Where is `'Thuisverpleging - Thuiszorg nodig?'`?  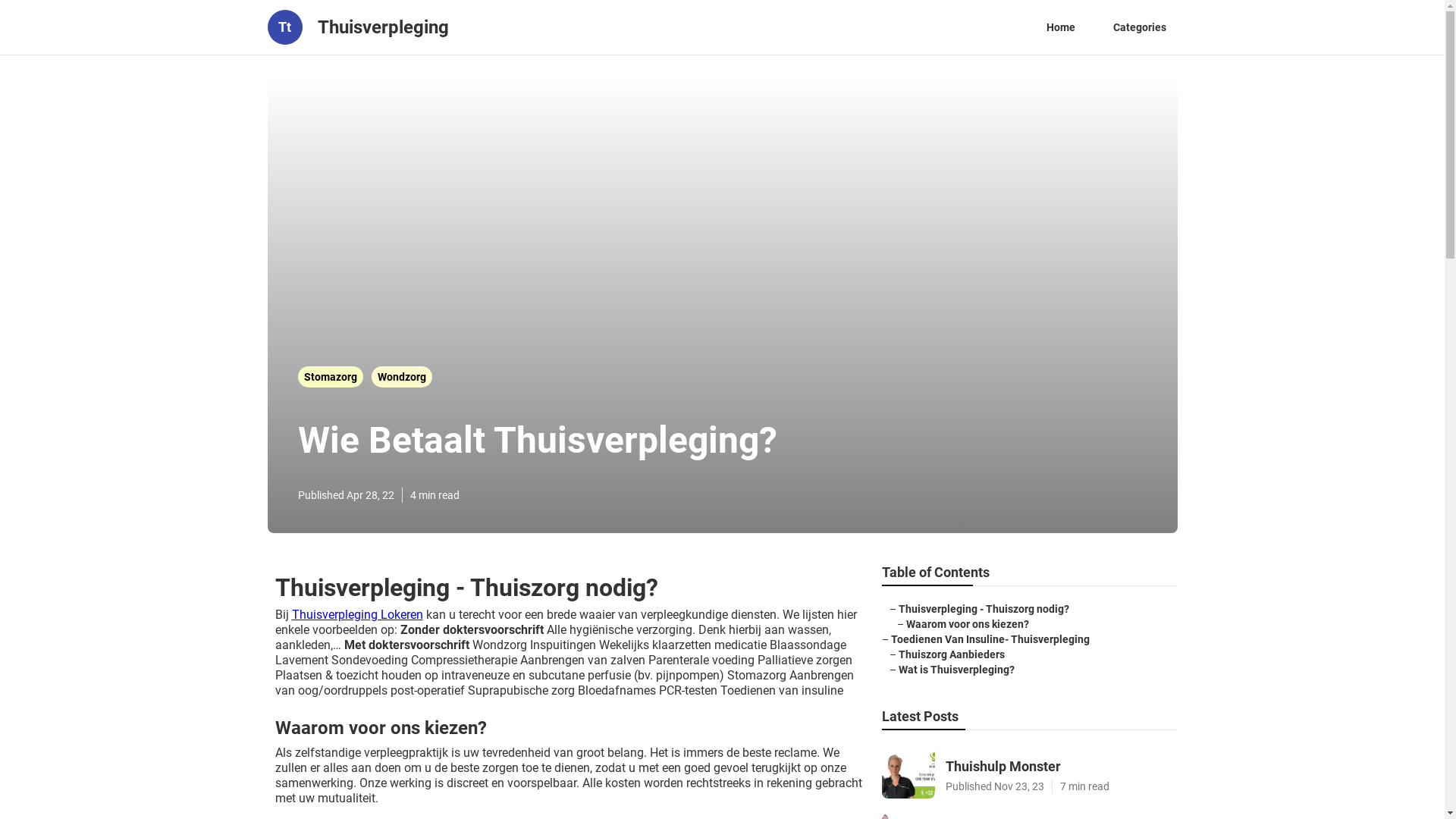
'Thuisverpleging - Thuiszorg nodig?' is located at coordinates (983, 607).